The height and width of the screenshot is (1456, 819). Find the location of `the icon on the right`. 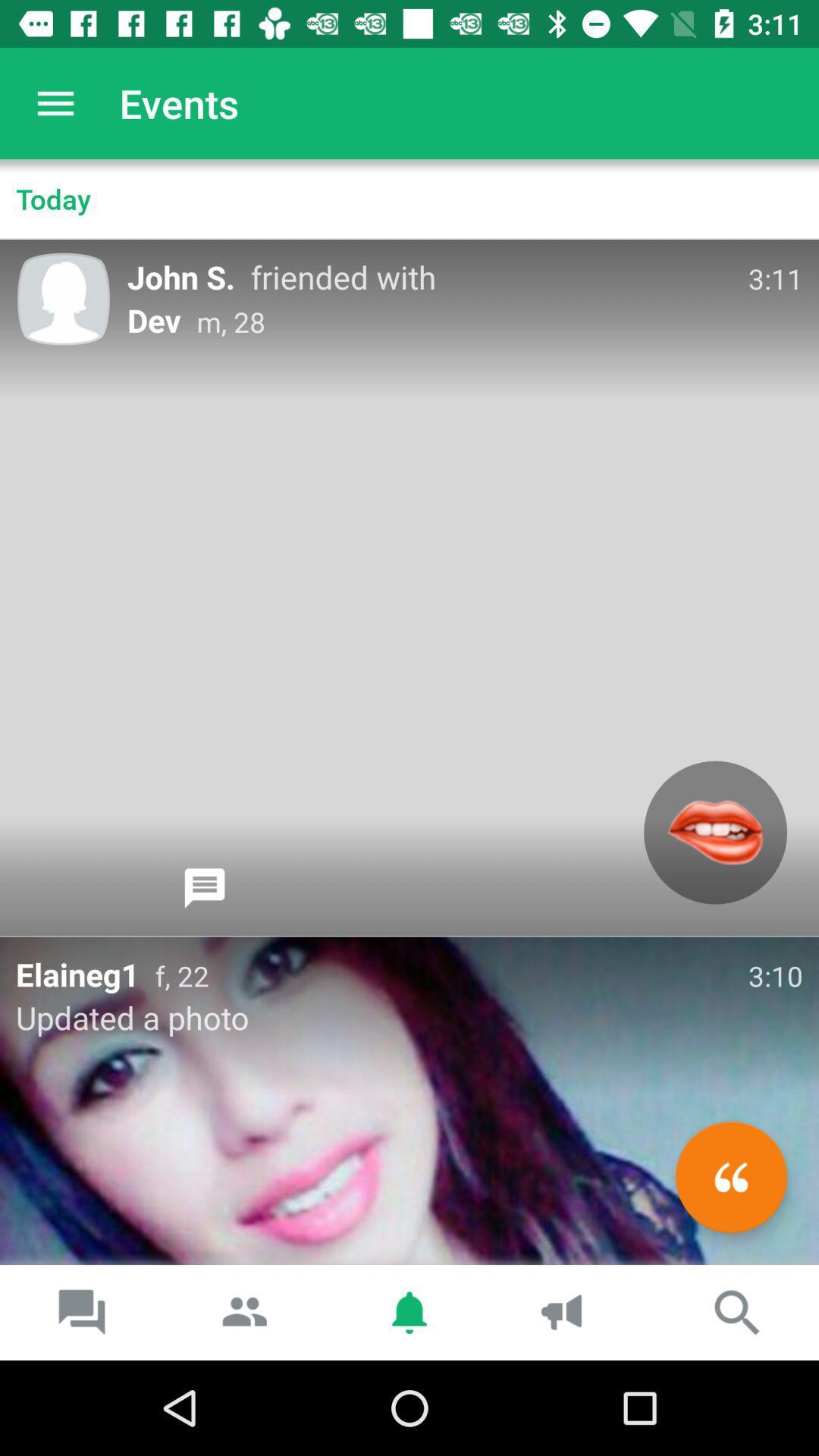

the icon on the right is located at coordinates (715, 832).